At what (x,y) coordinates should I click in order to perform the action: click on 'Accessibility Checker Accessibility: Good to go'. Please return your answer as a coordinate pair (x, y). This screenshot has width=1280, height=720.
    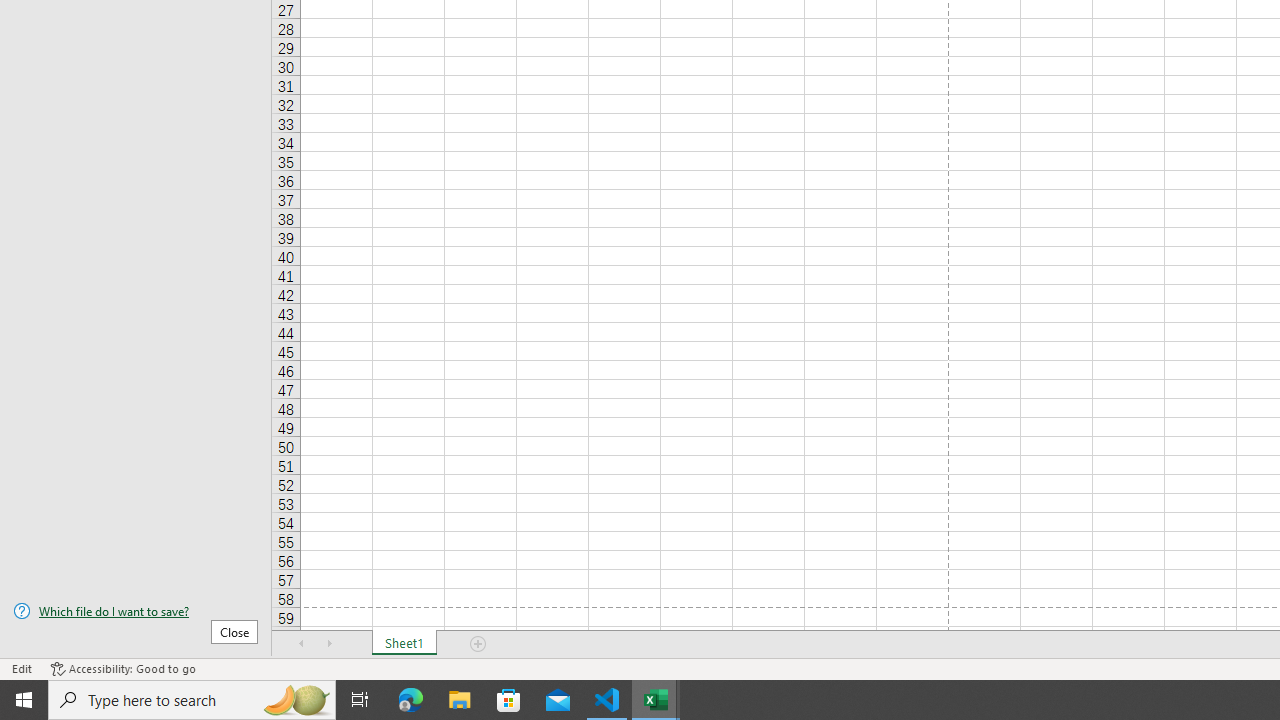
    Looking at the image, I should click on (122, 669).